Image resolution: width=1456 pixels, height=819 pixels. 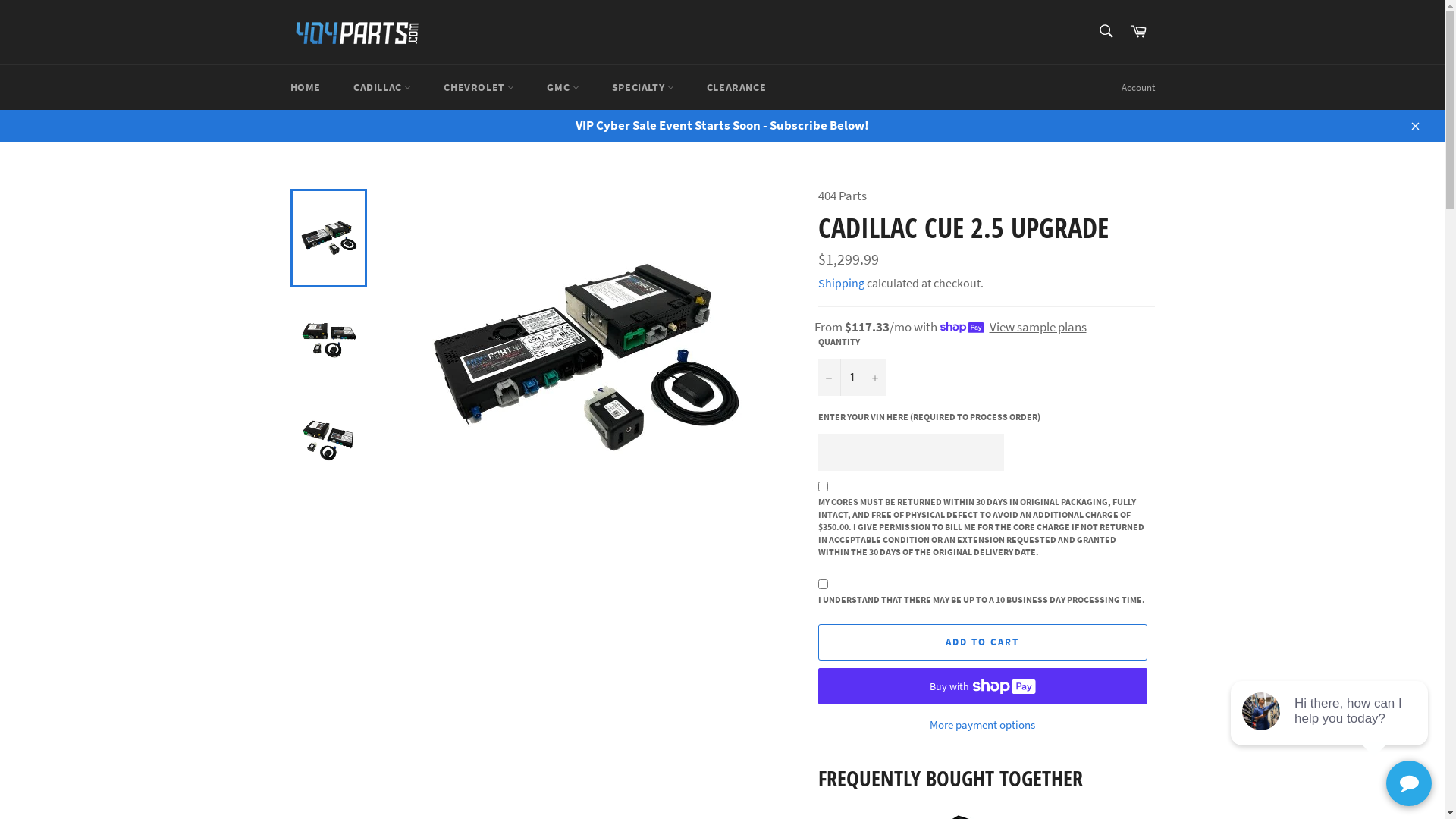 What do you see at coordinates (982, 642) in the screenshot?
I see `'ADD TO CART'` at bounding box center [982, 642].